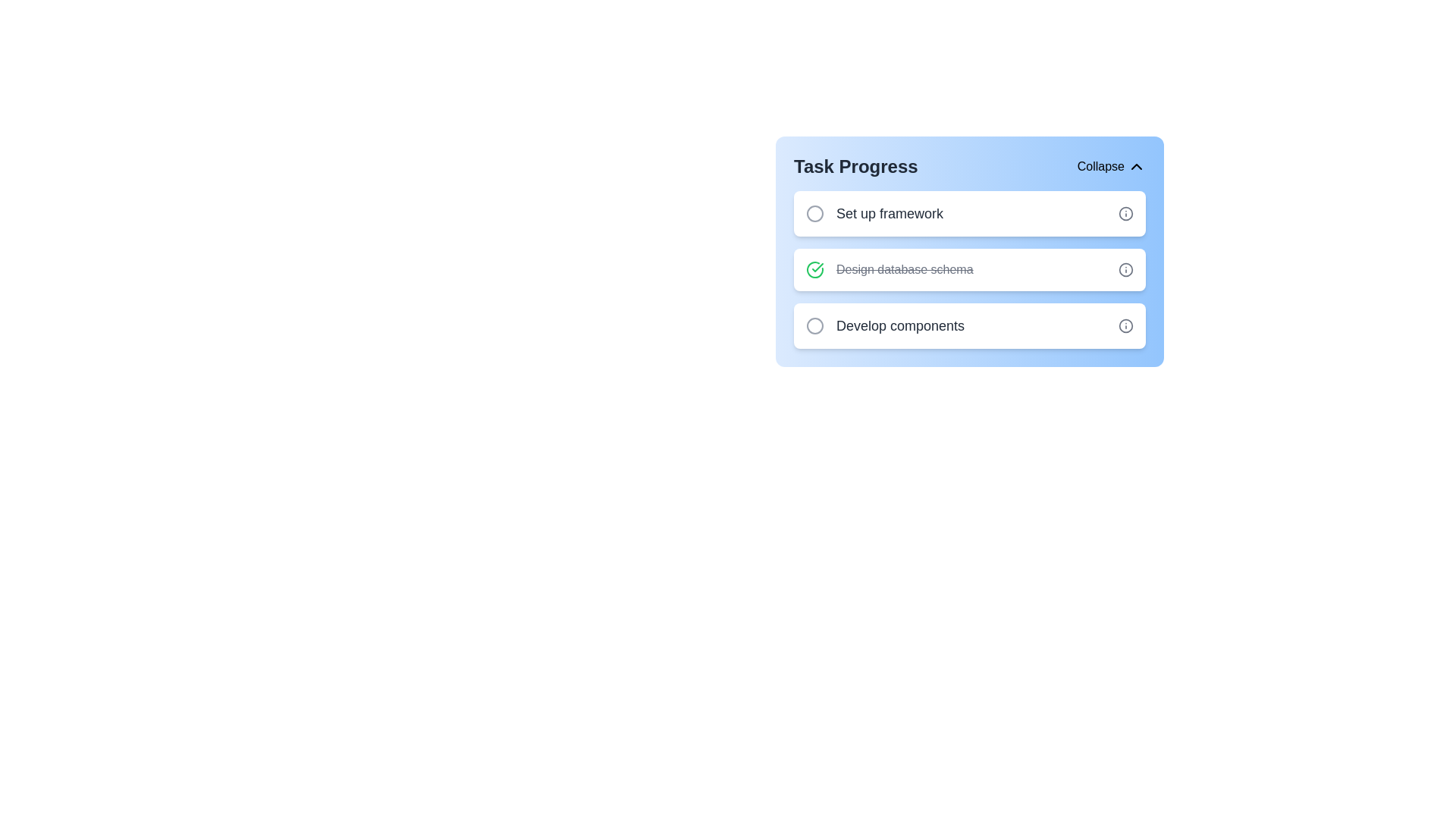 Image resolution: width=1456 pixels, height=819 pixels. Describe the element at coordinates (1111, 166) in the screenshot. I see `the 'Collapse' button to toggle the task list state` at that location.